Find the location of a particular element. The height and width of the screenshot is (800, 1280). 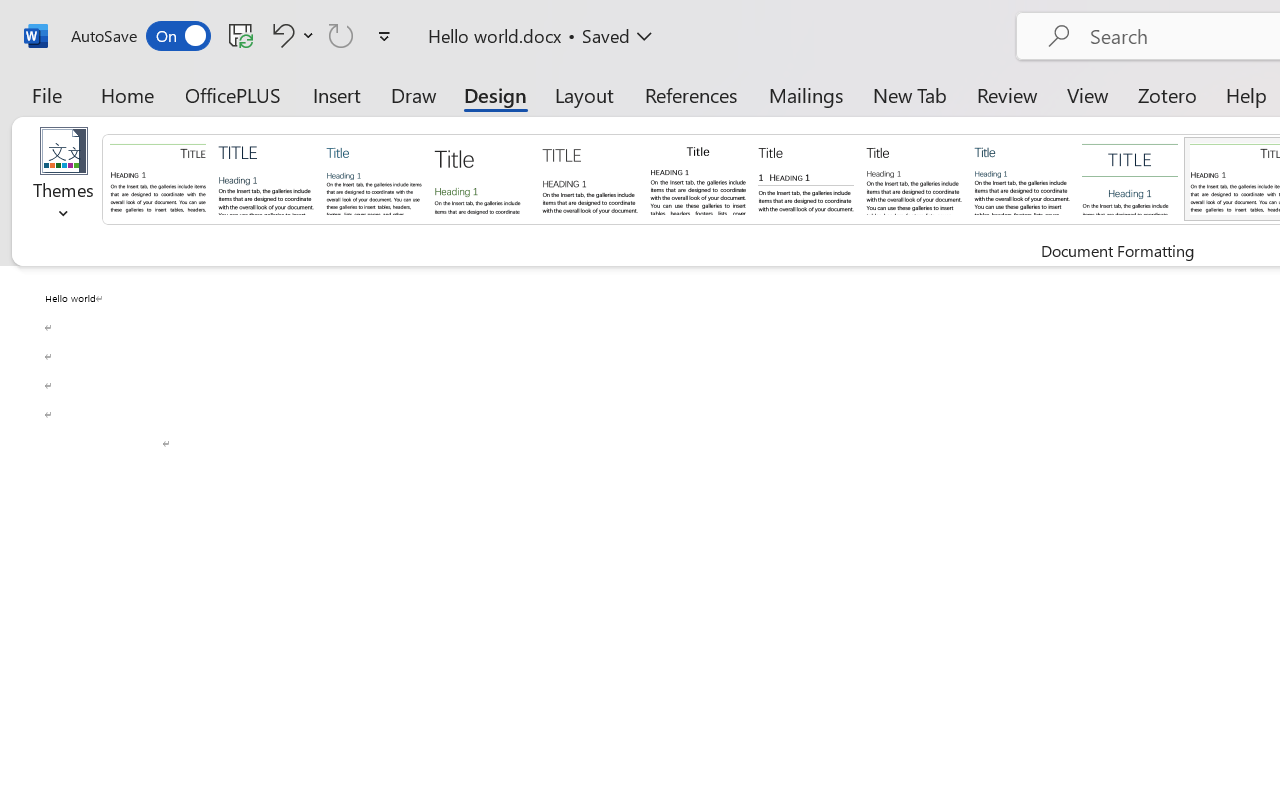

'Zotero' is located at coordinates (1167, 94).